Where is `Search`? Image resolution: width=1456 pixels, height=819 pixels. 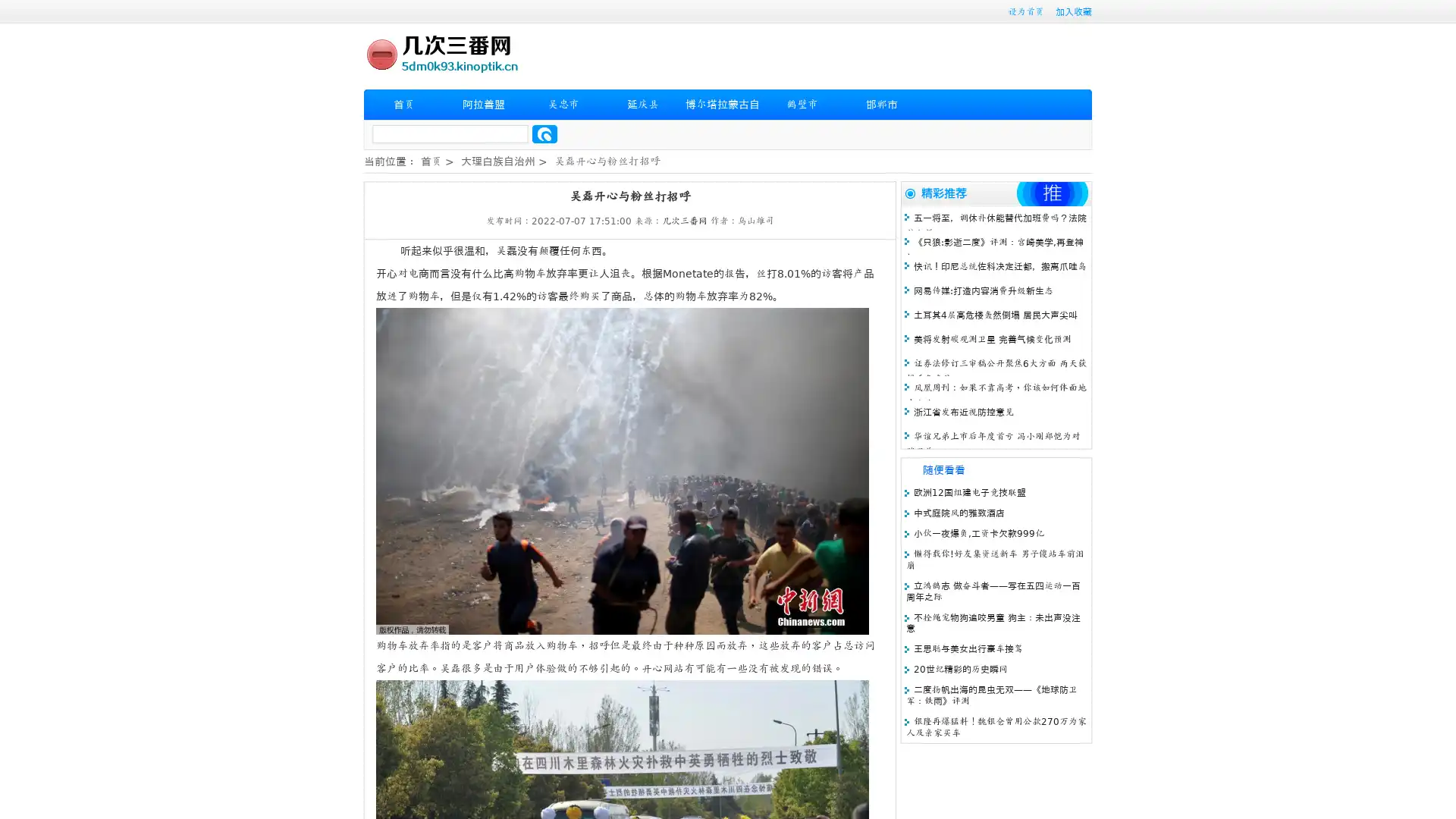 Search is located at coordinates (544, 133).